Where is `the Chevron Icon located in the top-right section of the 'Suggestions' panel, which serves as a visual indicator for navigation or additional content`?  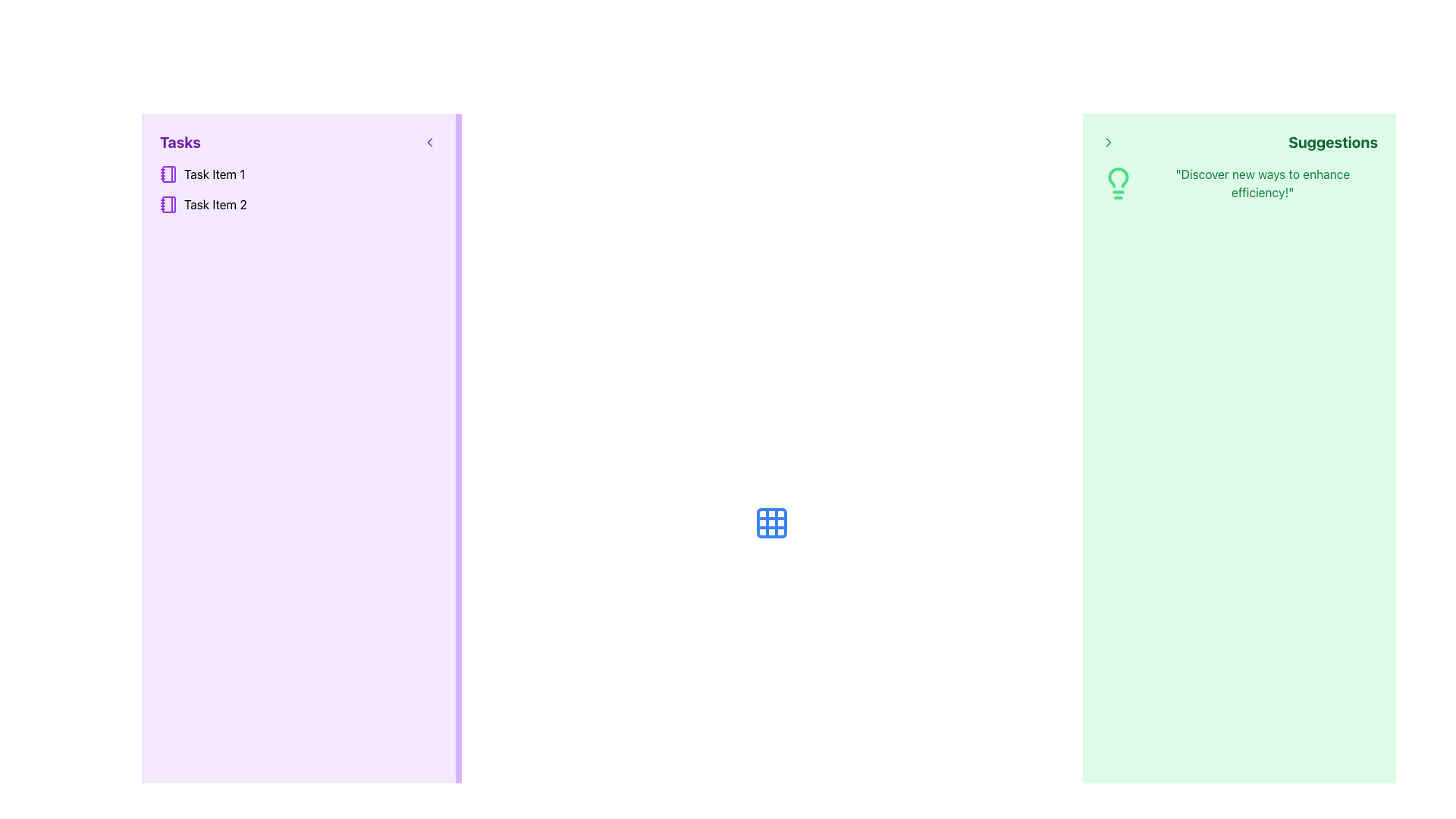 the Chevron Icon located in the top-right section of the 'Suggestions' panel, which serves as a visual indicator for navigation or additional content is located at coordinates (1108, 143).